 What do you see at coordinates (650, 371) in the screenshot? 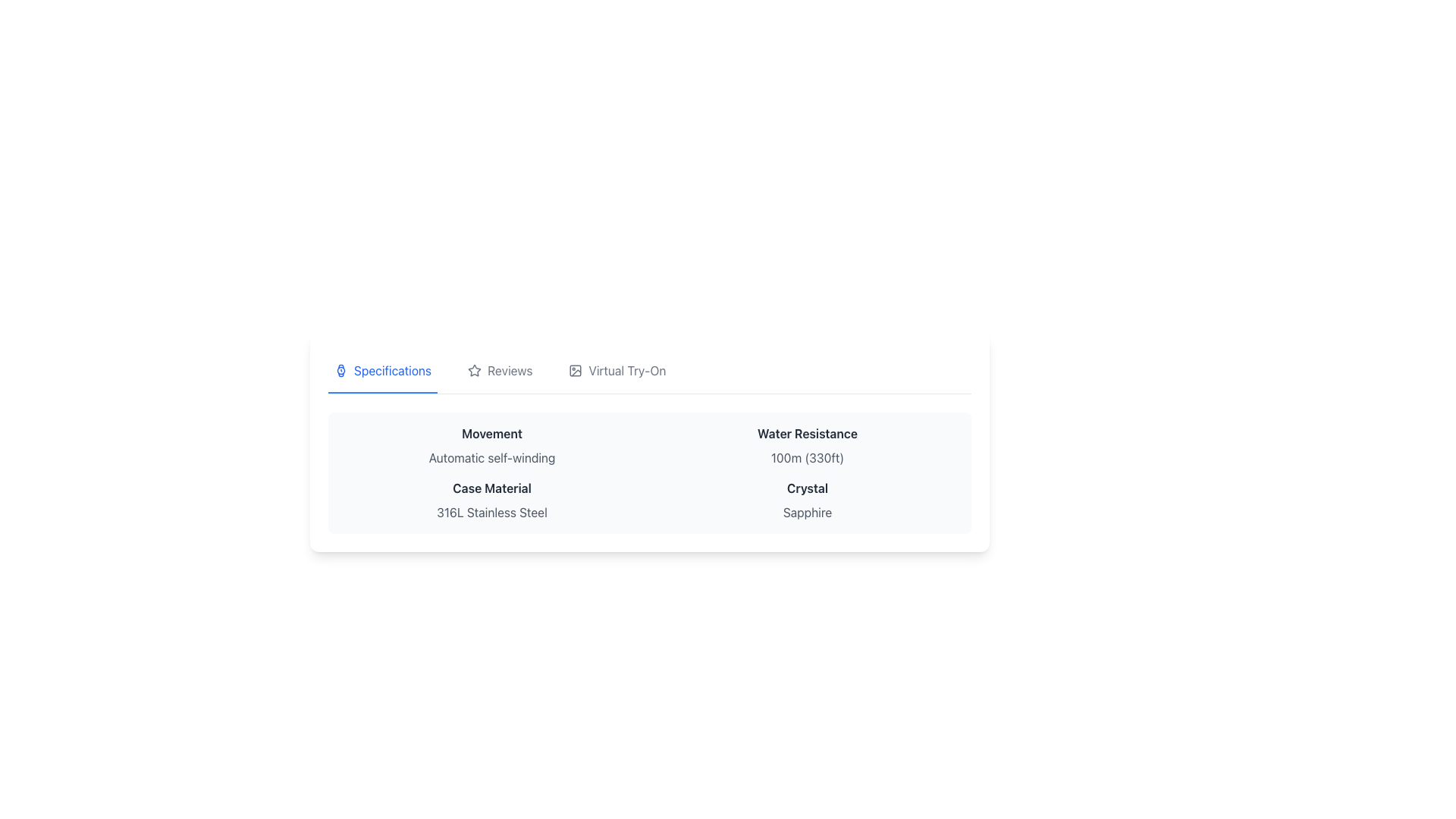
I see `the Tab control at the center point` at bounding box center [650, 371].